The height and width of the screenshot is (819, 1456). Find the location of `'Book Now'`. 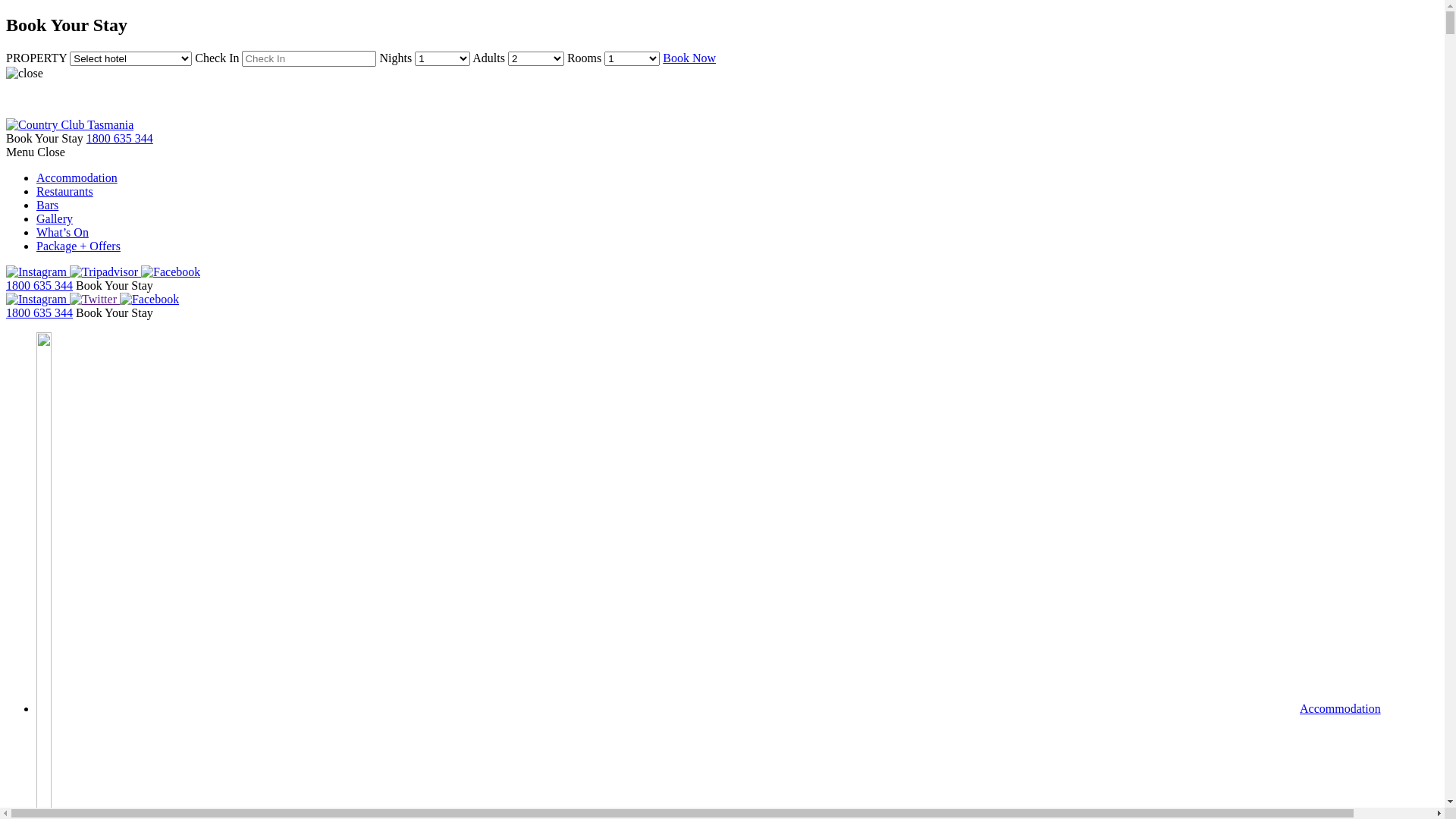

'Book Now' is located at coordinates (688, 57).